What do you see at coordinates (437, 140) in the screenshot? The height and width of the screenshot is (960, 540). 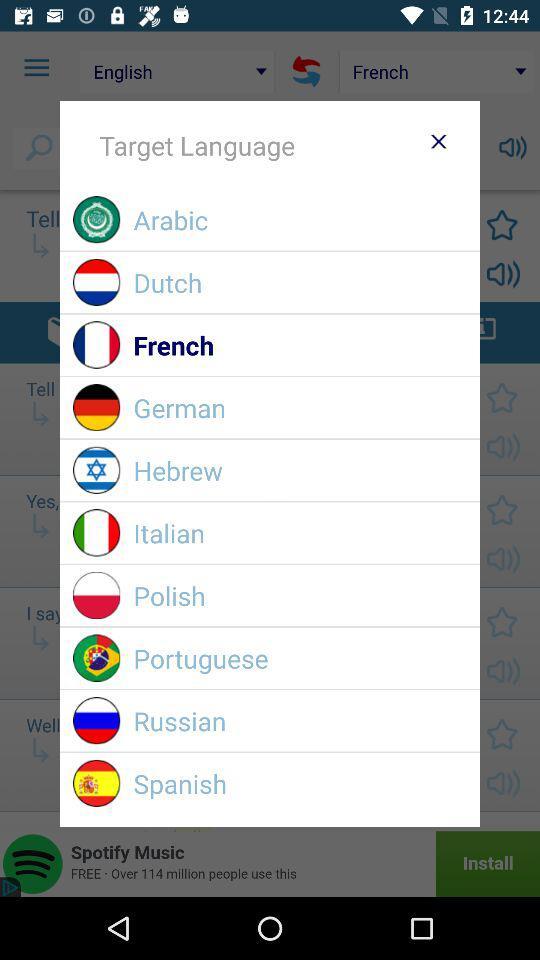 I see `the icon to the right of target language item` at bounding box center [437, 140].